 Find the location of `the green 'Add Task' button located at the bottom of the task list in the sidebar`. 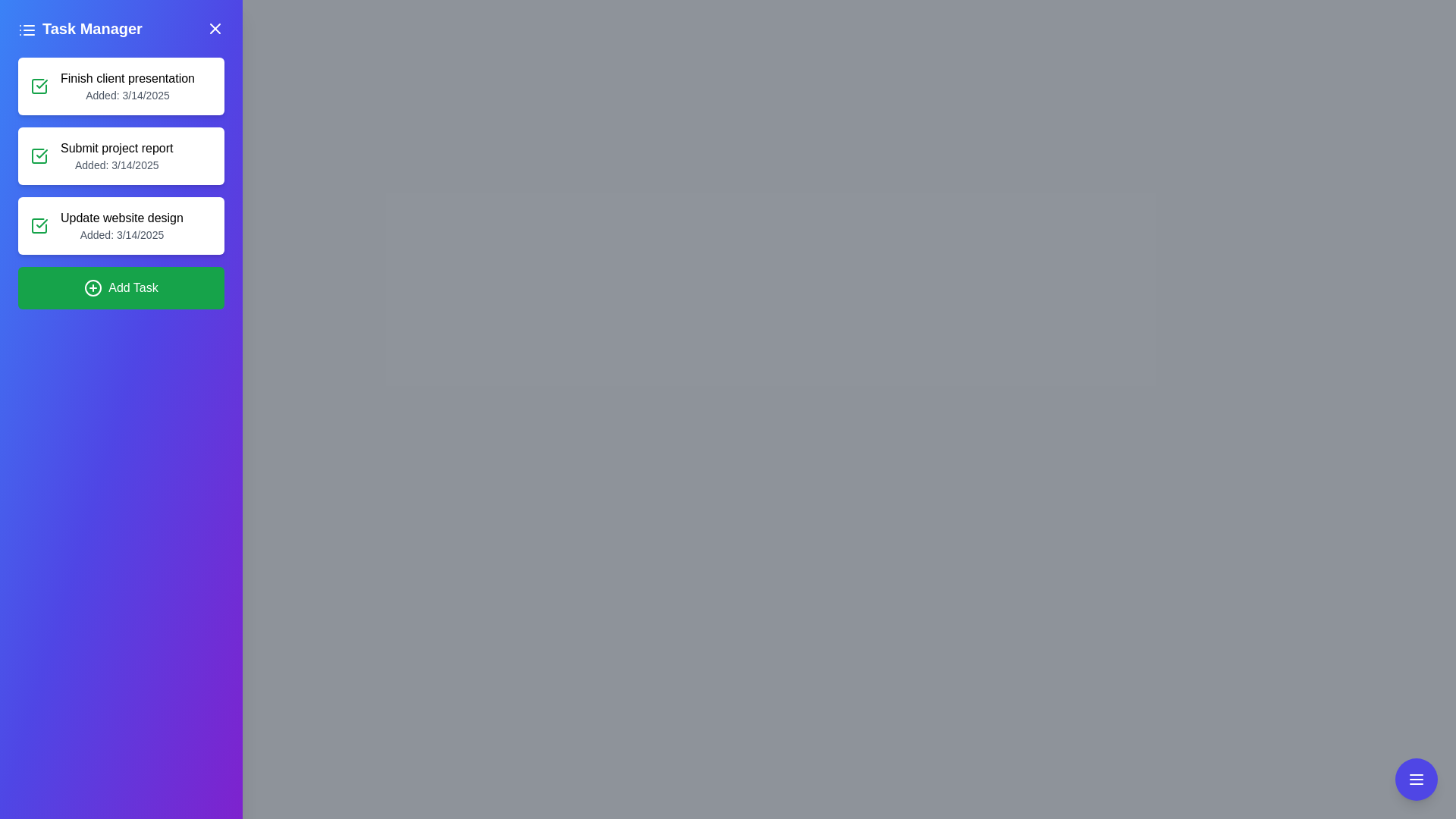

the green 'Add Task' button located at the bottom of the task list in the sidebar is located at coordinates (120, 288).